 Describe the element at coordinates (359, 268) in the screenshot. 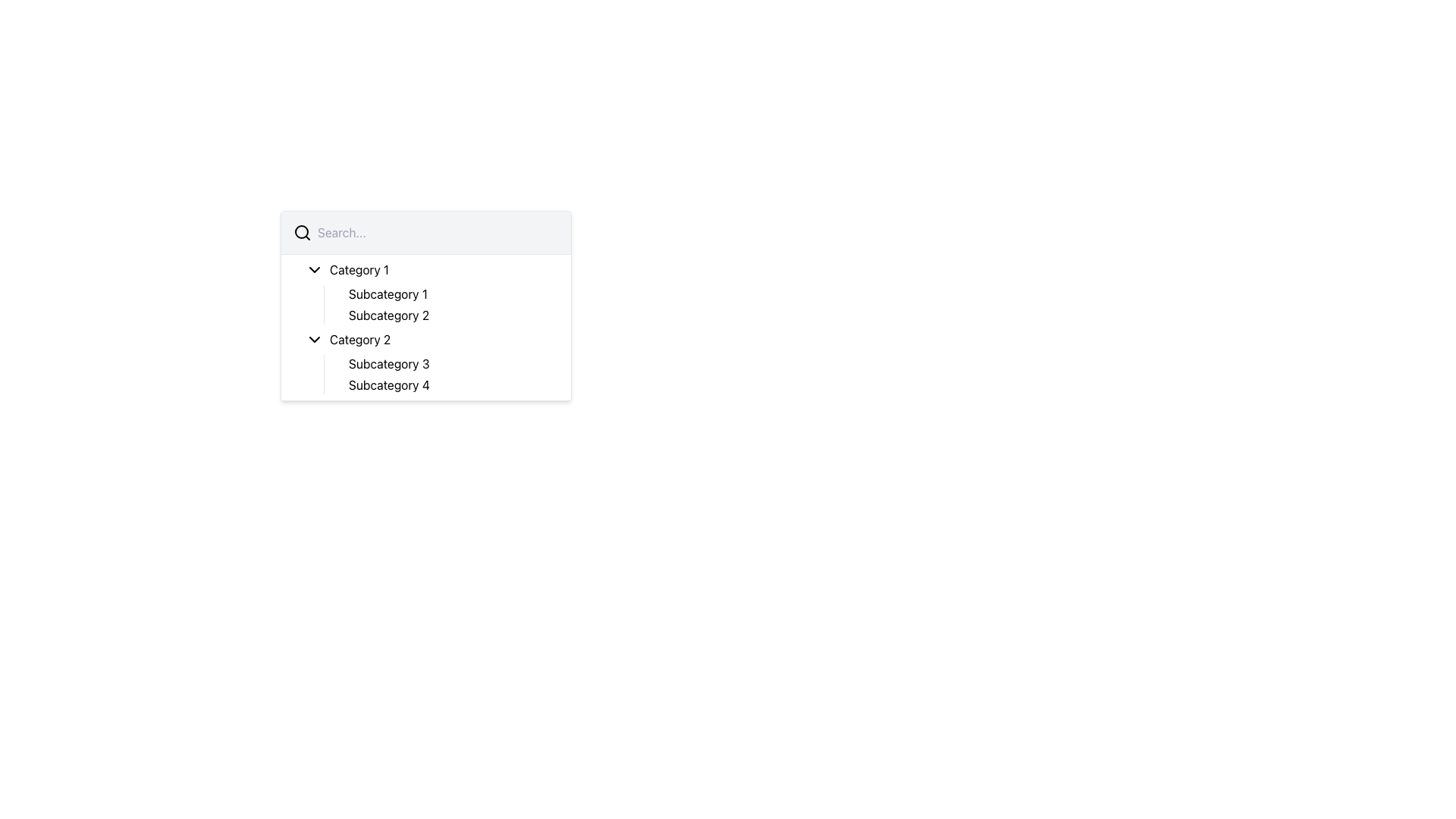

I see `the 'Category 1' text label` at that location.